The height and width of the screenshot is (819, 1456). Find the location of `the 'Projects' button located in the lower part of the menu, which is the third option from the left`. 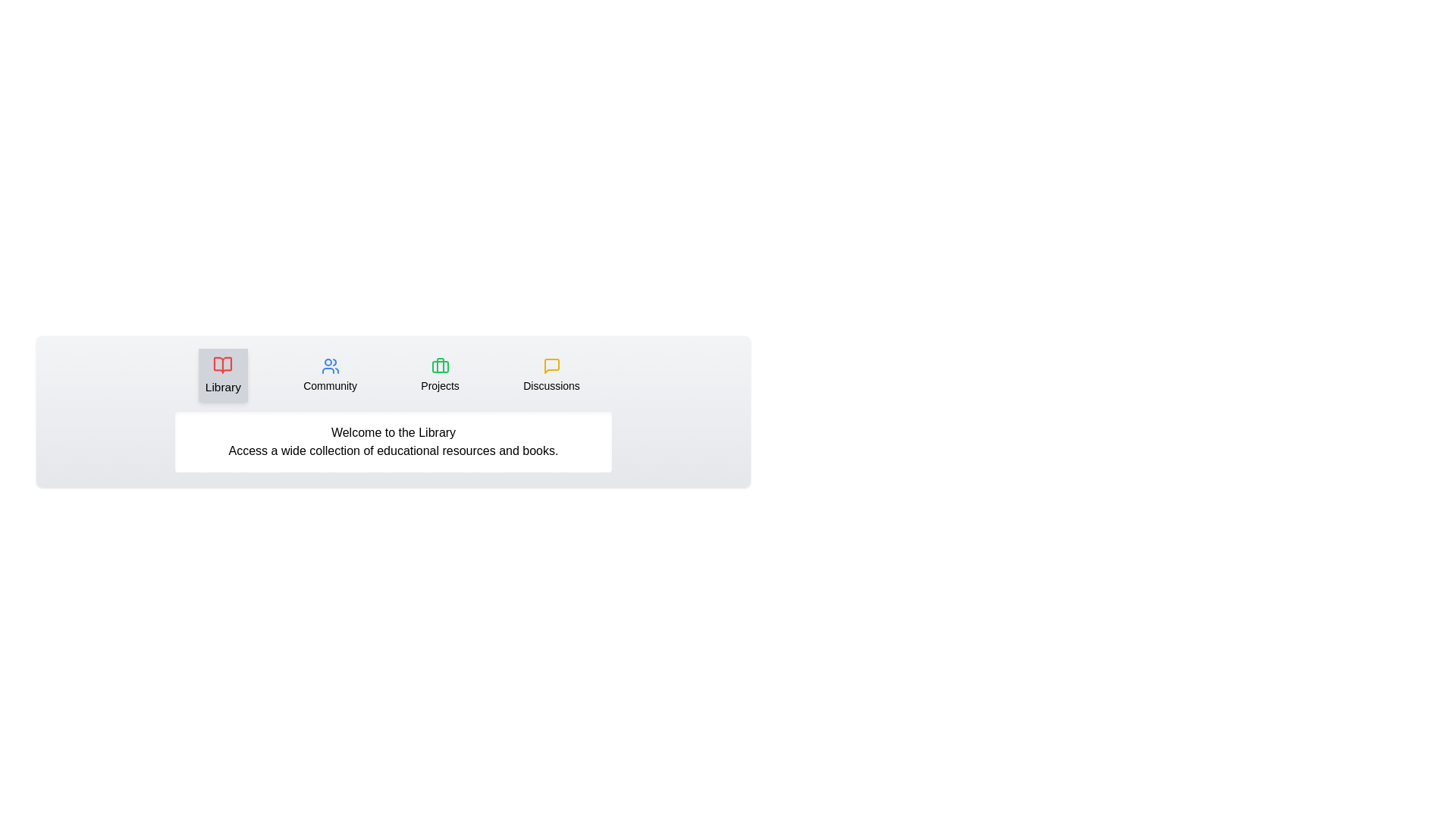

the 'Projects' button located in the lower part of the menu, which is the third option from the left is located at coordinates (439, 375).